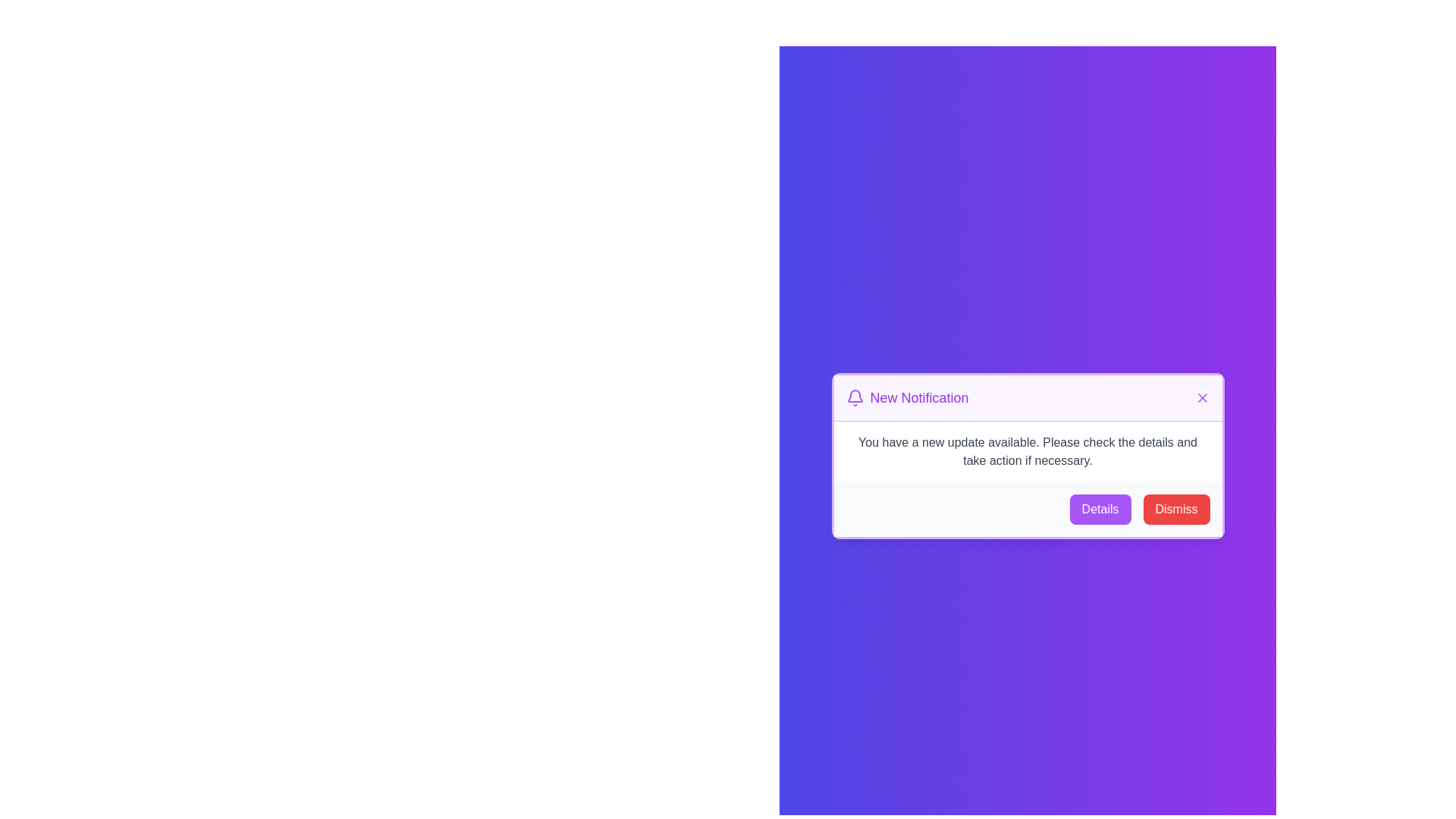  Describe the element at coordinates (1201, 397) in the screenshot. I see `the second line of the cross icon within the SVG component located in the top-right corner of the notification card to indicate interactivity` at that location.